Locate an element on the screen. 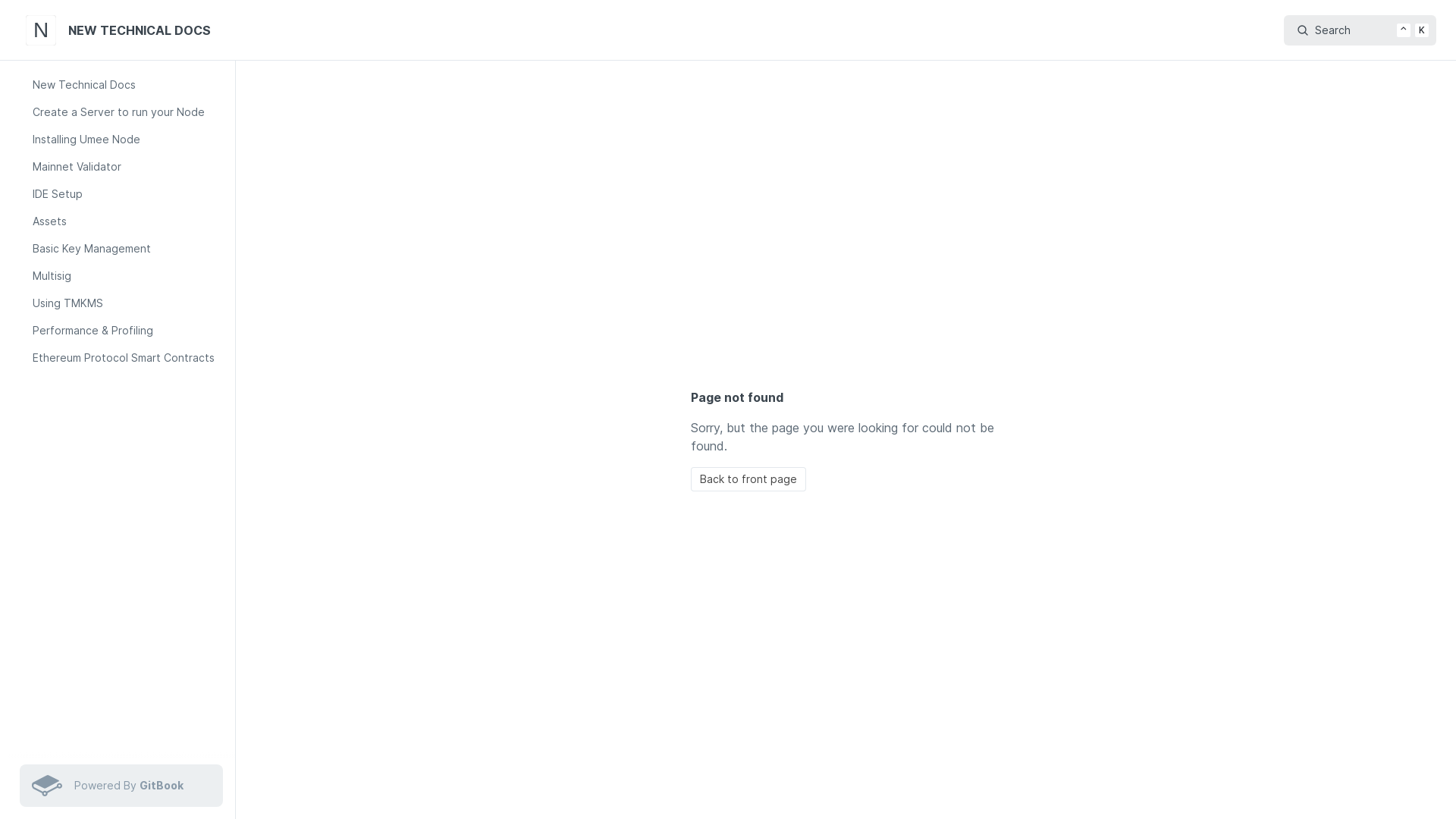  'Installing Umee Node' is located at coordinates (127, 140).